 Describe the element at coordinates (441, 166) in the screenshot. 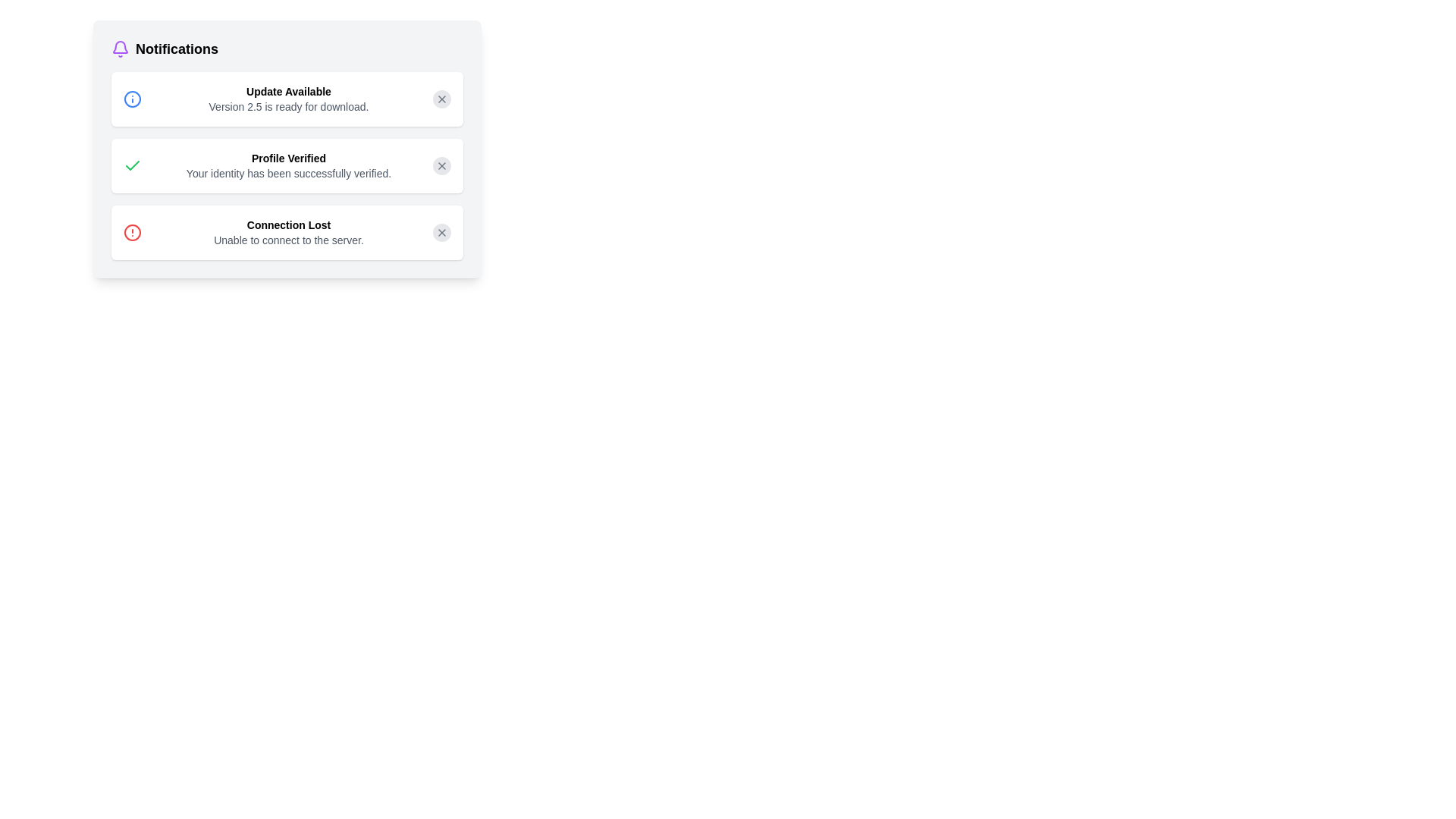

I see `close button for the notification titled 'Profile Verified'` at that location.